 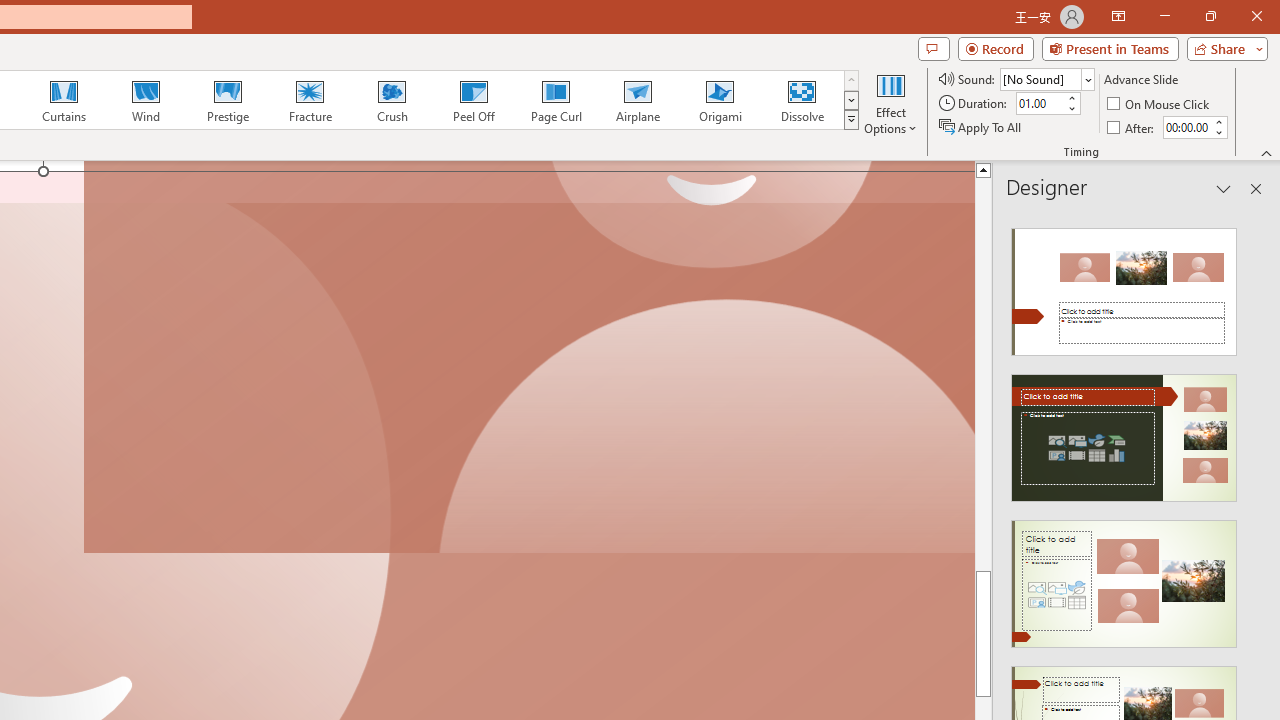 I want to click on 'Duration', so click(x=1040, y=103).